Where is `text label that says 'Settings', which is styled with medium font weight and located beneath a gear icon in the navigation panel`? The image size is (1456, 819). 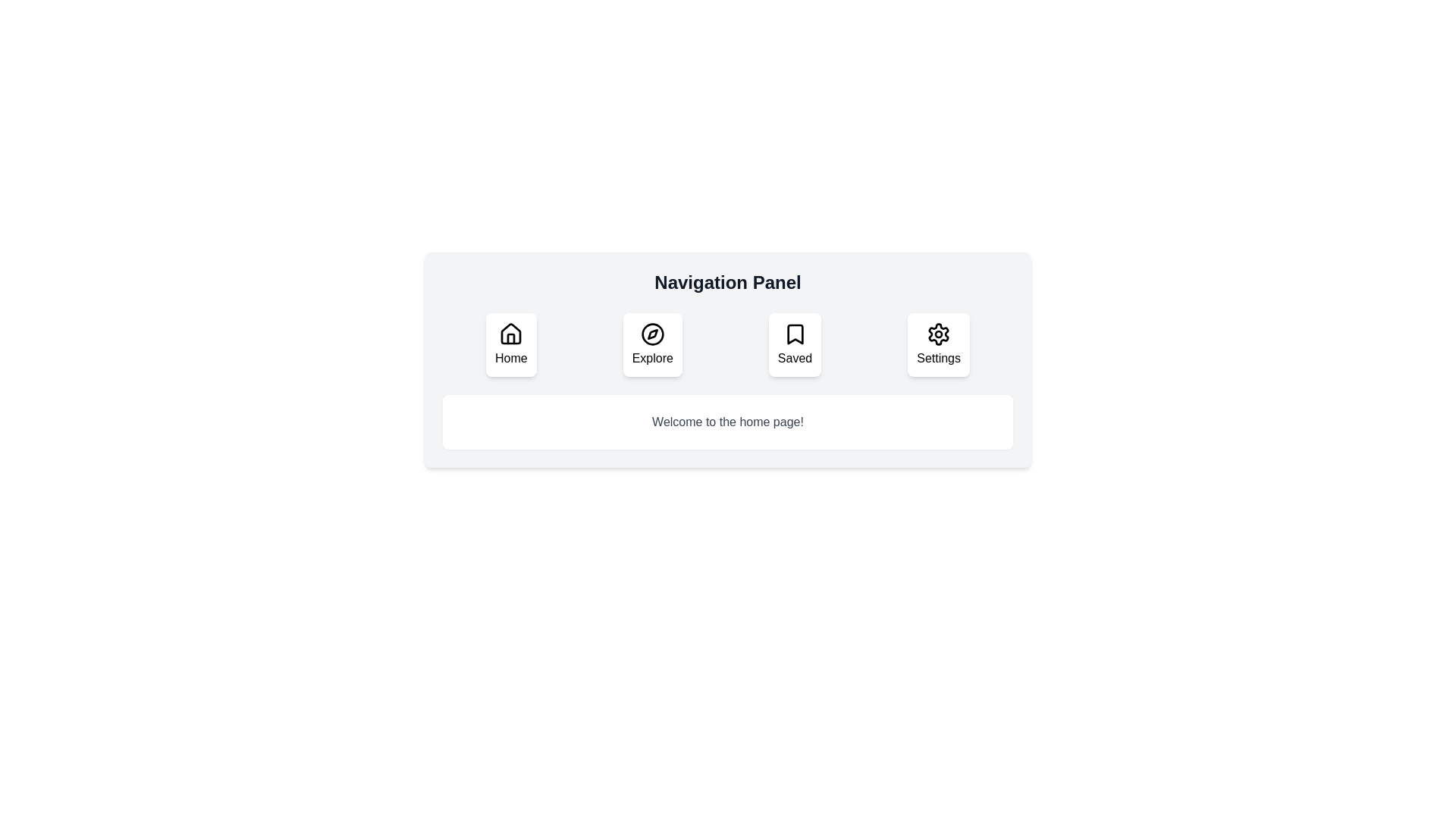 text label that says 'Settings', which is styled with medium font weight and located beneath a gear icon in the navigation panel is located at coordinates (938, 359).